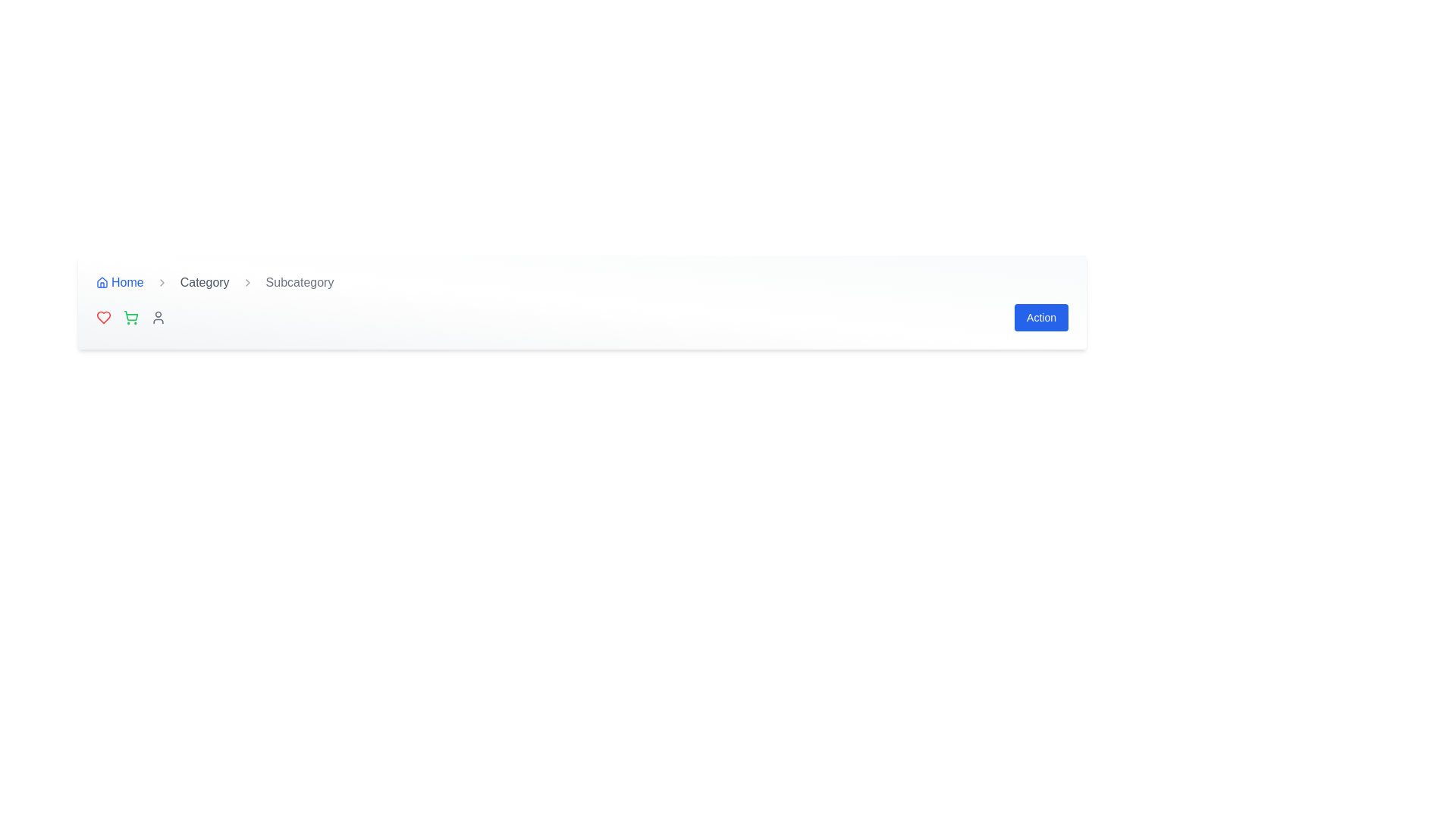  Describe the element at coordinates (1040, 317) in the screenshot. I see `the blue rectangular button with the label 'Action'` at that location.